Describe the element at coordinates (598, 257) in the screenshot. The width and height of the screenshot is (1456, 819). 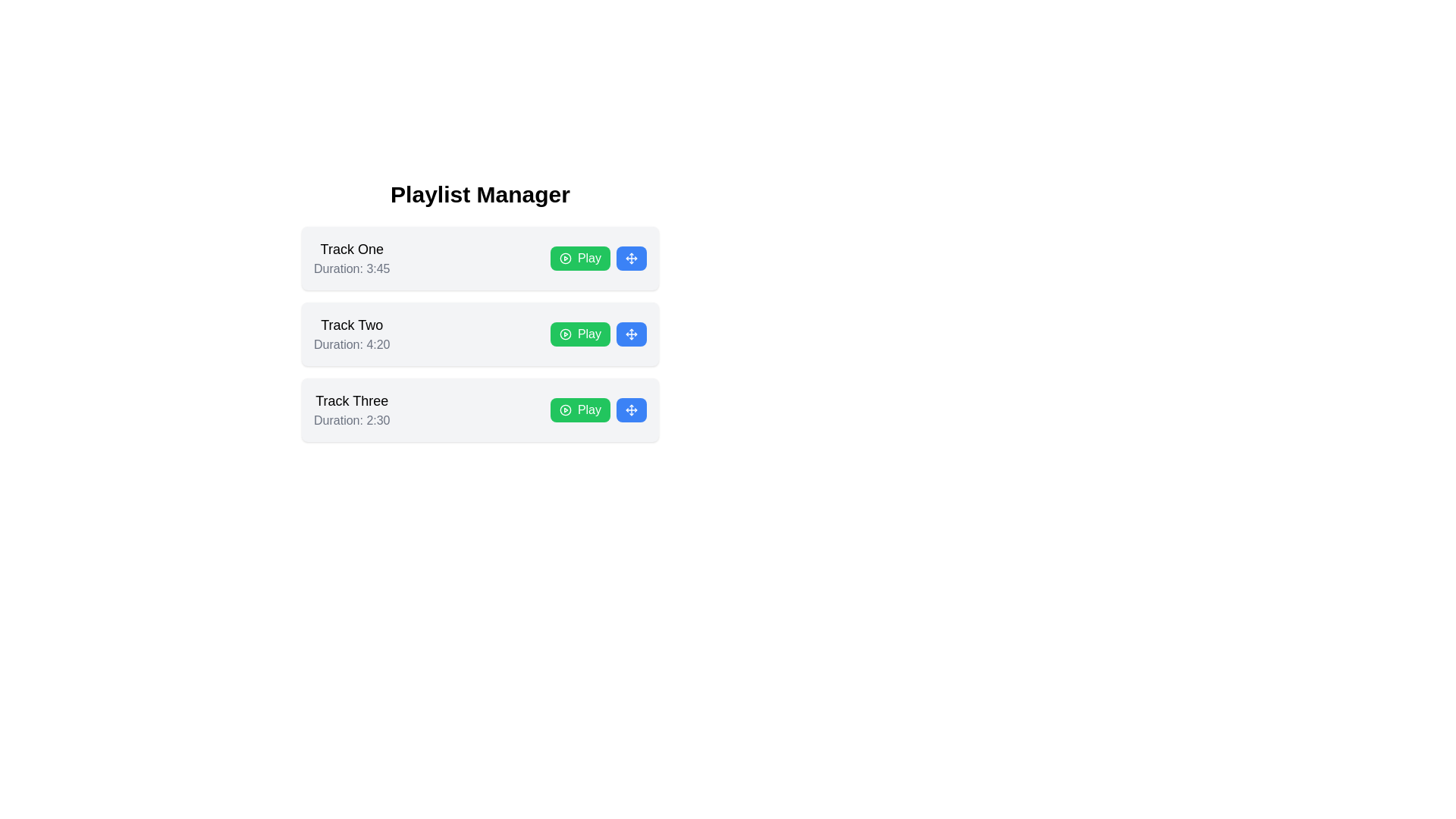
I see `the green 'Play' button with rounded corners and white text to play the associated media` at that location.